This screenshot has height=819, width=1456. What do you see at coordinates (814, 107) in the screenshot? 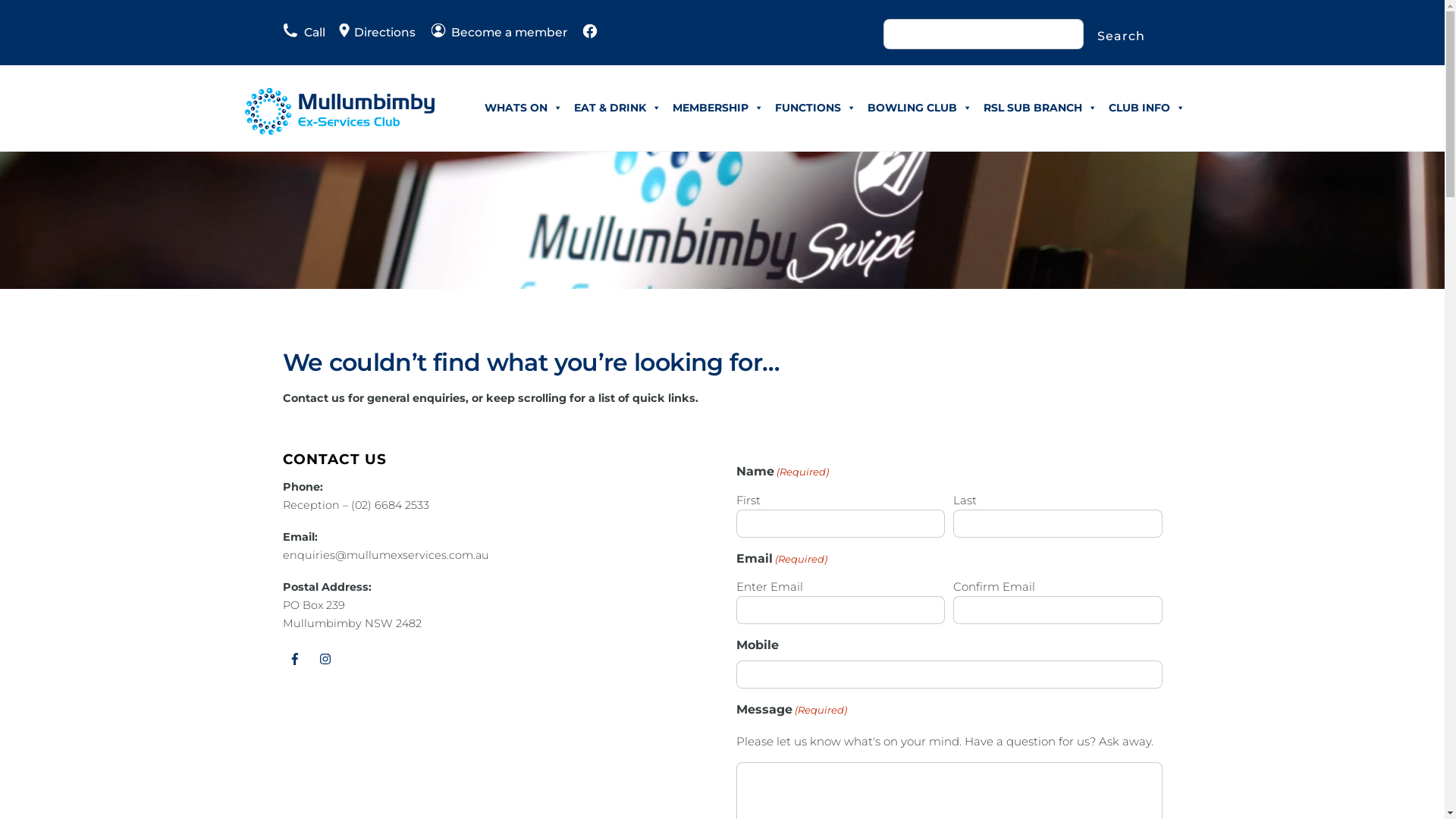
I see `'FUNCTIONS'` at bounding box center [814, 107].